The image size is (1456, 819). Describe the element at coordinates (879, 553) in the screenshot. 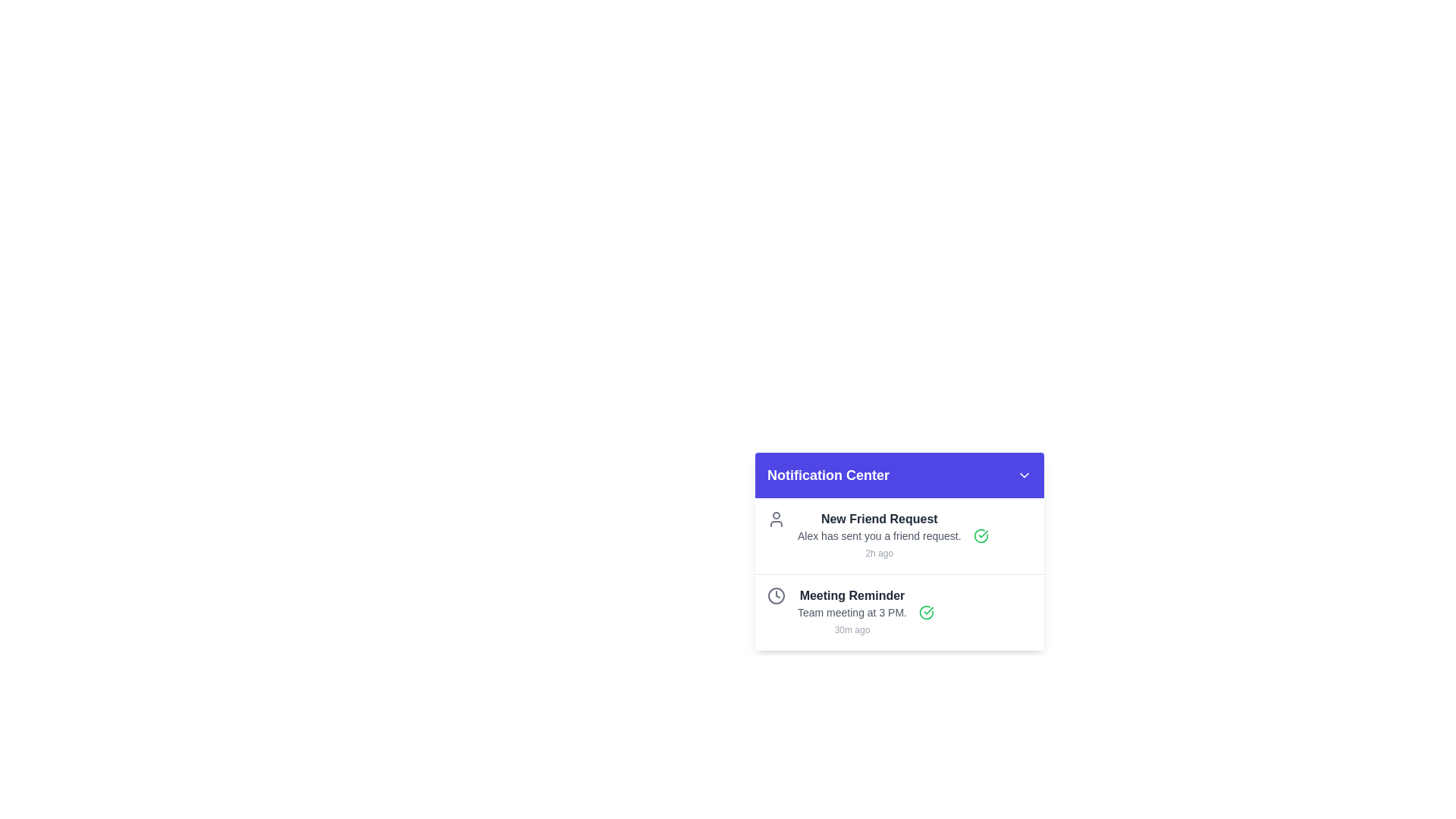

I see `the timestamp text label located at the bottom right of the 'New Friend Request' notification, which indicates the elapsed time since the notification was generated` at that location.